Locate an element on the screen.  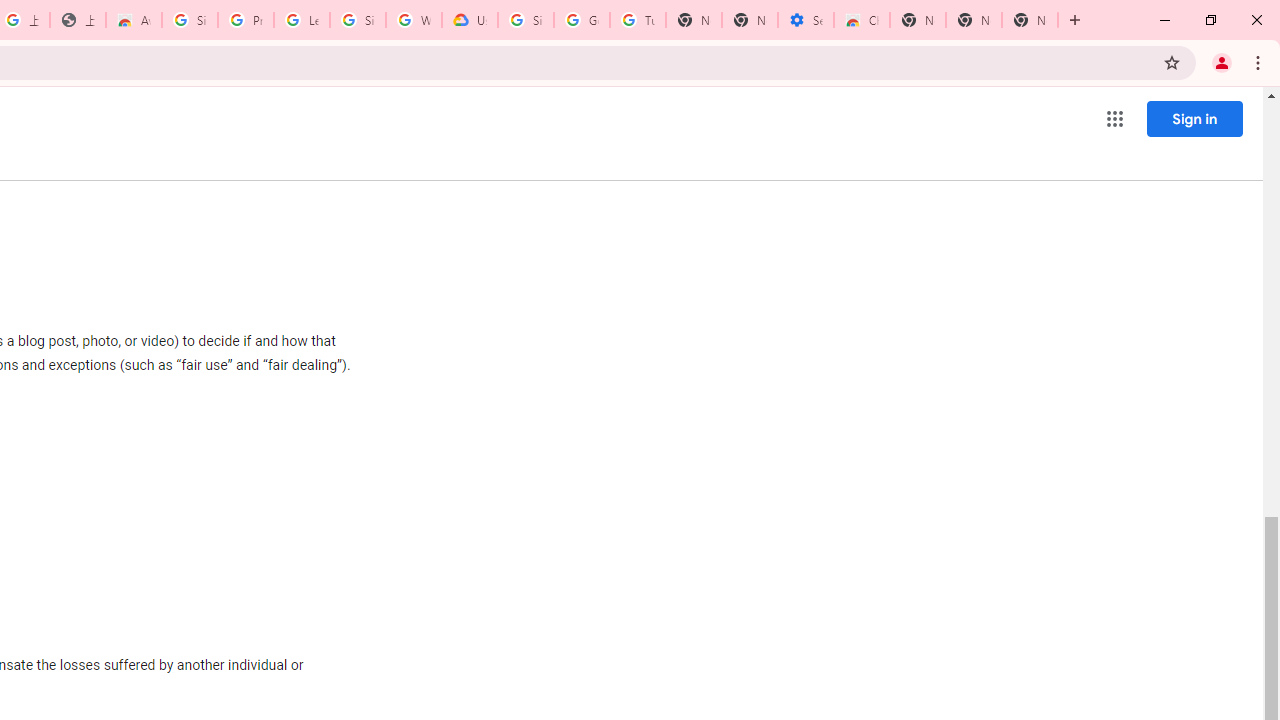
'Google Account Help' is located at coordinates (581, 20).